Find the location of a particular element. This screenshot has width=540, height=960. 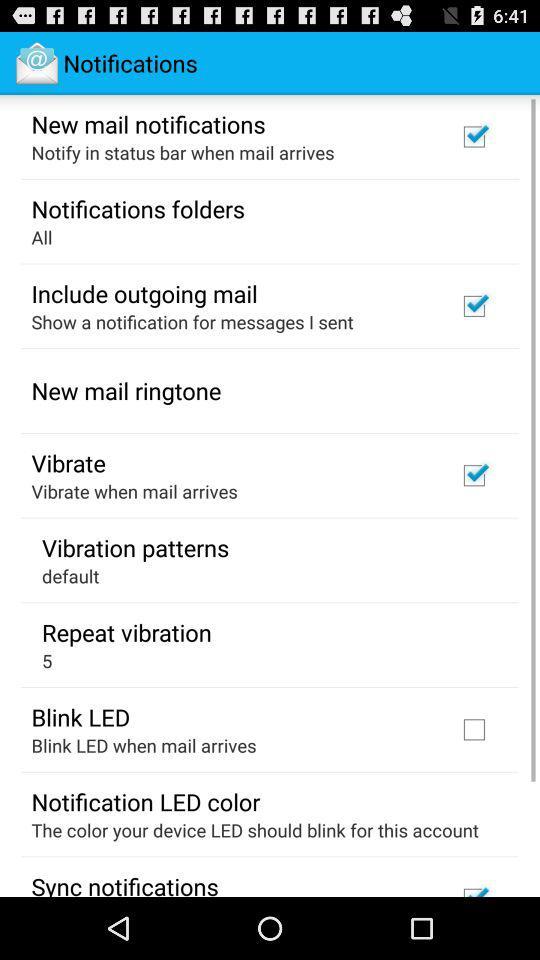

all icon is located at coordinates (42, 237).